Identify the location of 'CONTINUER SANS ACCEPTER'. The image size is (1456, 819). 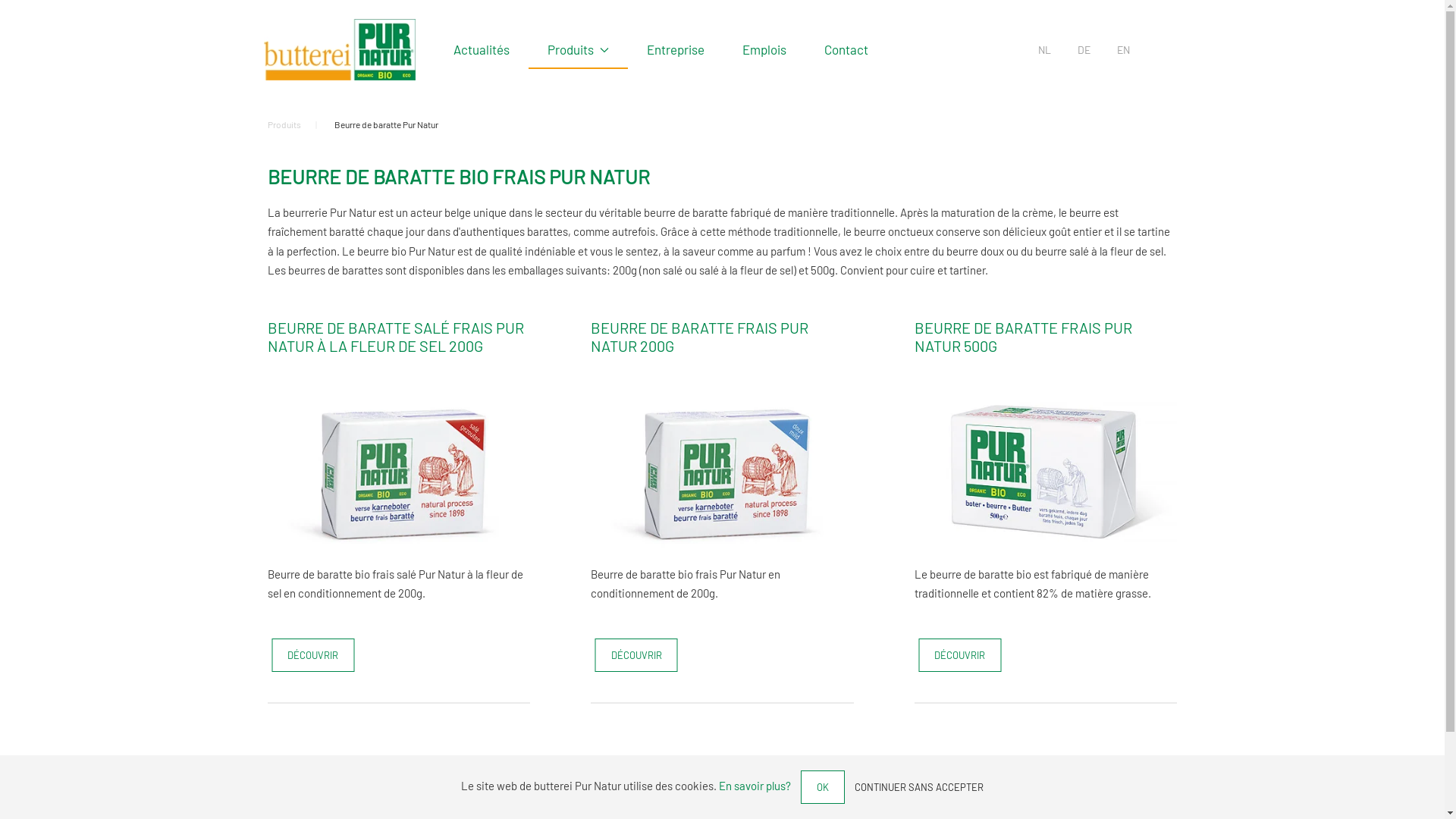
(918, 786).